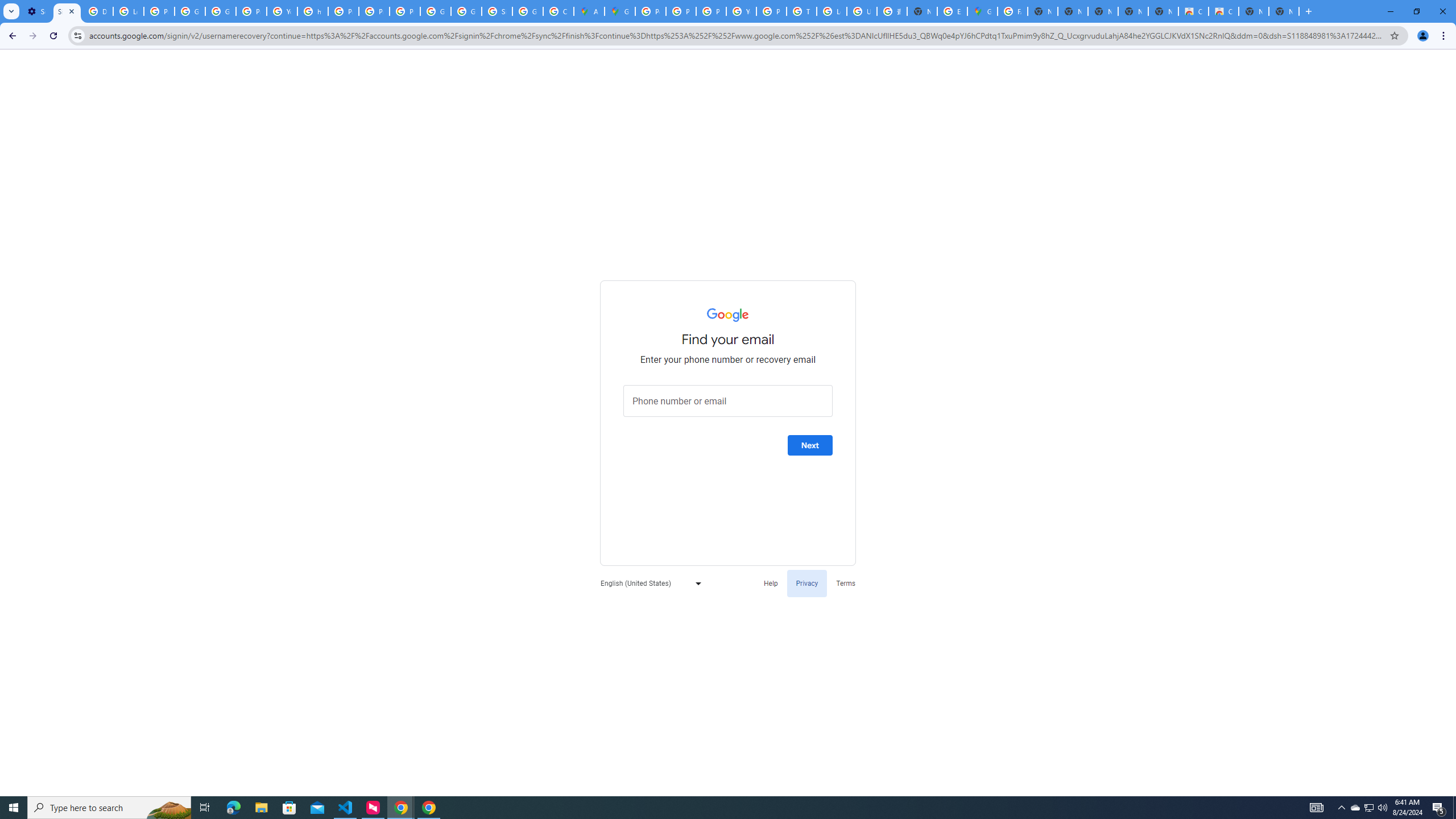  I want to click on 'Privacy Help Center - Policies Help', so click(681, 11).